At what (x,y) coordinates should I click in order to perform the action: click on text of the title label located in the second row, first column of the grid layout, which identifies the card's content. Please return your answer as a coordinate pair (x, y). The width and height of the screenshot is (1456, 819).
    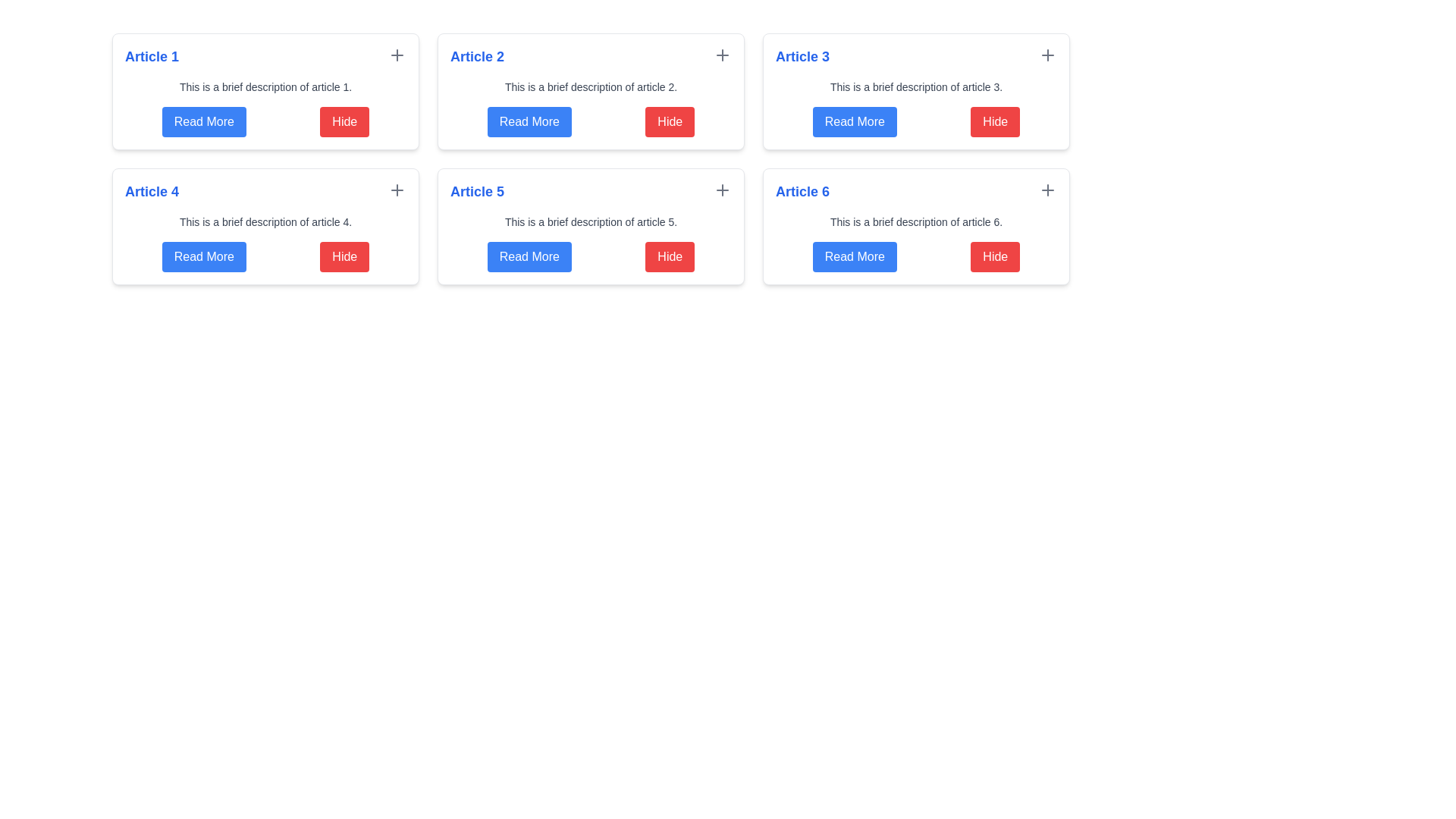
    Looking at the image, I should click on (476, 191).